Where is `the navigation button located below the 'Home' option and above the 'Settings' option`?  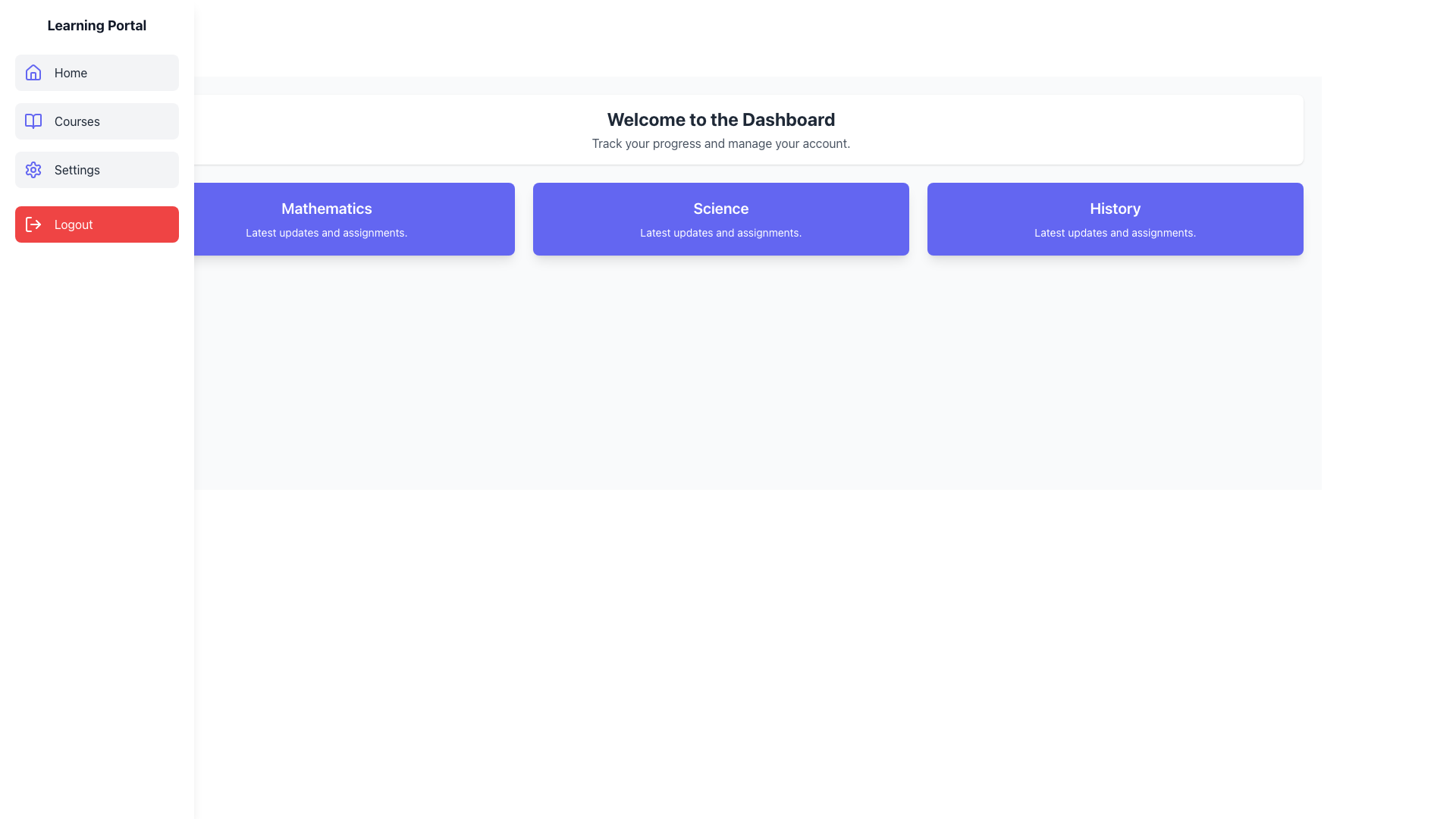 the navigation button located below the 'Home' option and above the 'Settings' option is located at coordinates (96, 120).